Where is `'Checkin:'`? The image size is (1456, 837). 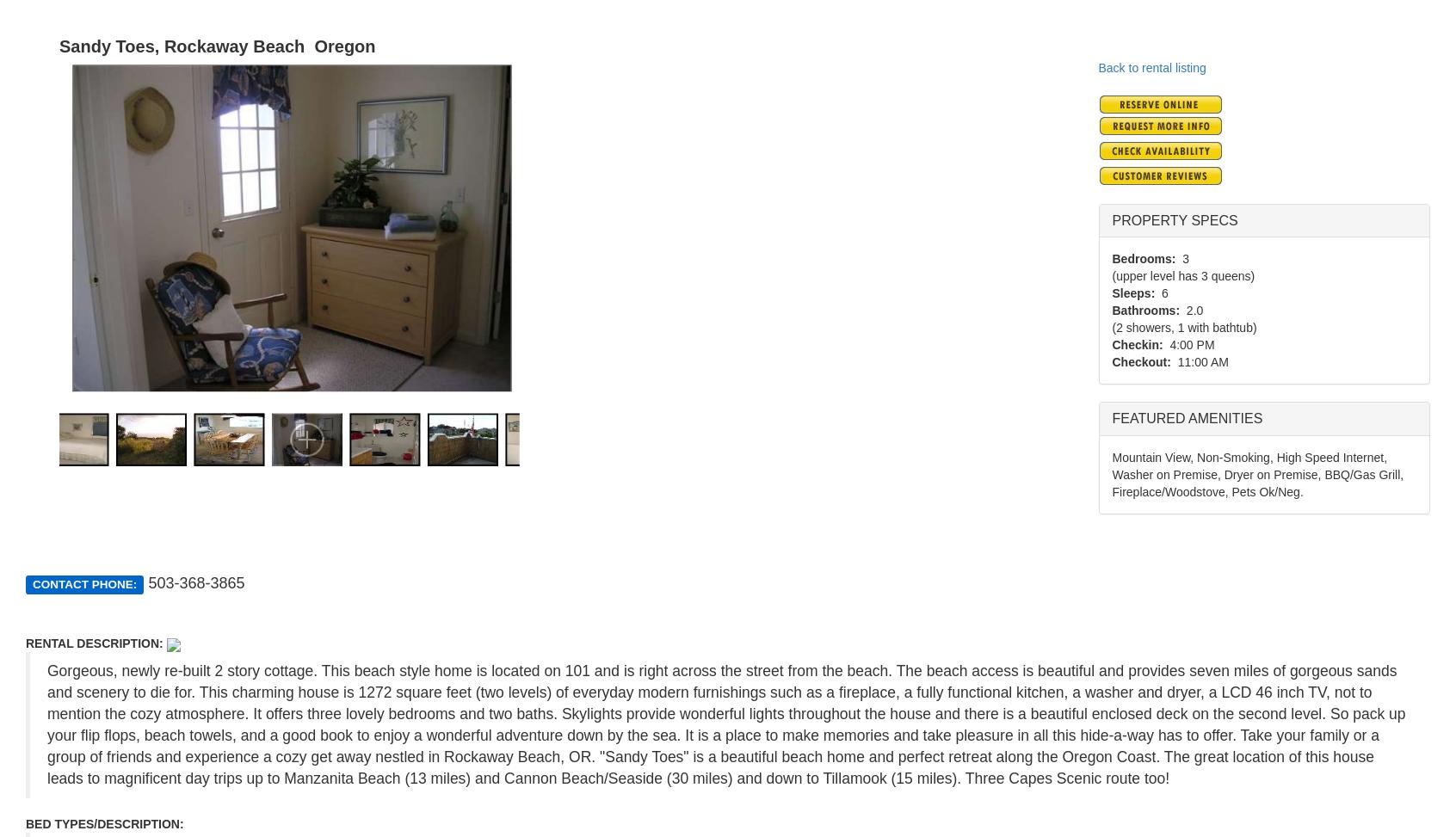 'Checkin:' is located at coordinates (1136, 343).